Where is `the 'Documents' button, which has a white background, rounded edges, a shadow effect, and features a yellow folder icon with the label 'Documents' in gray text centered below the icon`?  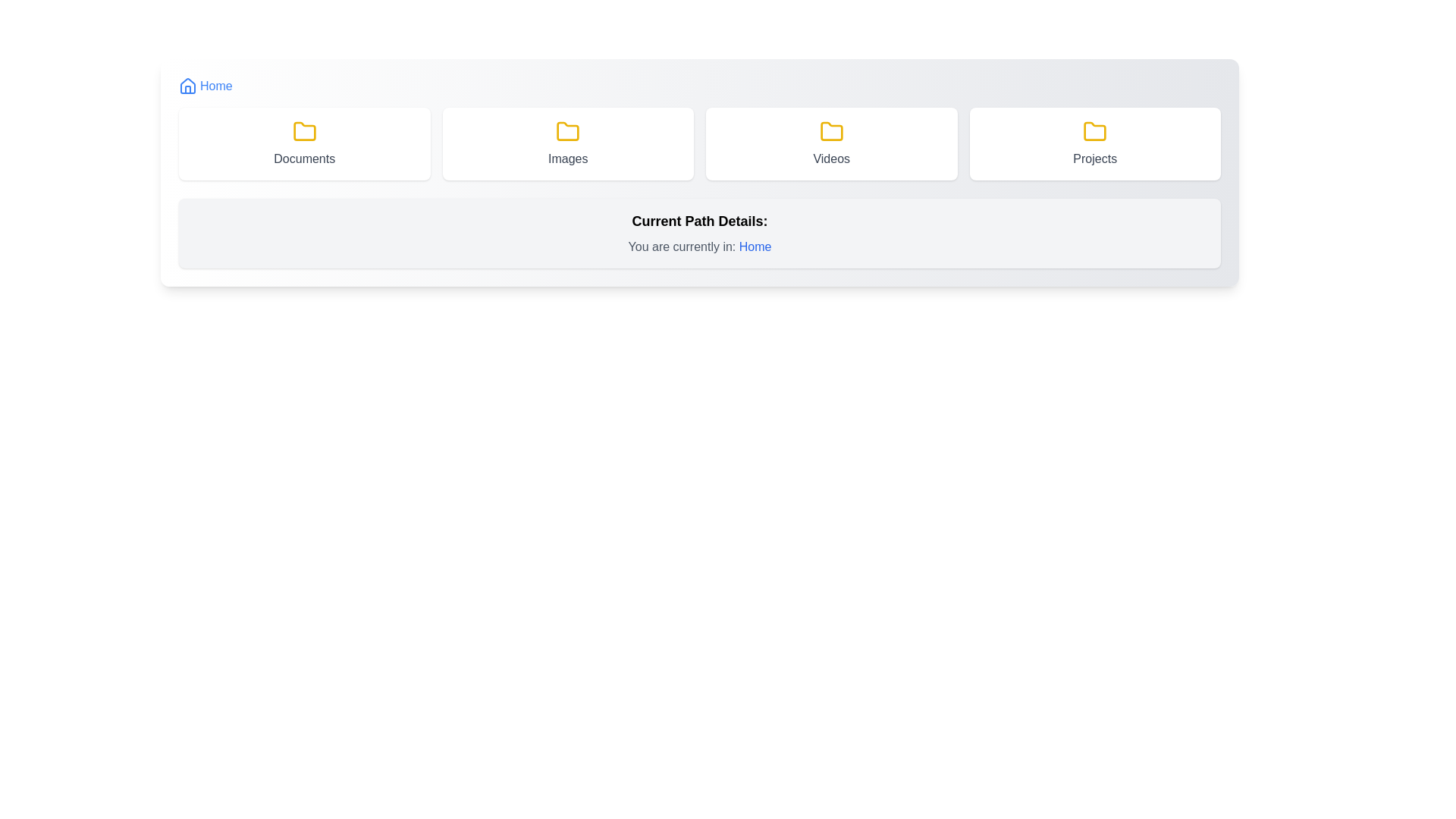 the 'Documents' button, which has a white background, rounded edges, a shadow effect, and features a yellow folder icon with the label 'Documents' in gray text centered below the icon is located at coordinates (303, 143).